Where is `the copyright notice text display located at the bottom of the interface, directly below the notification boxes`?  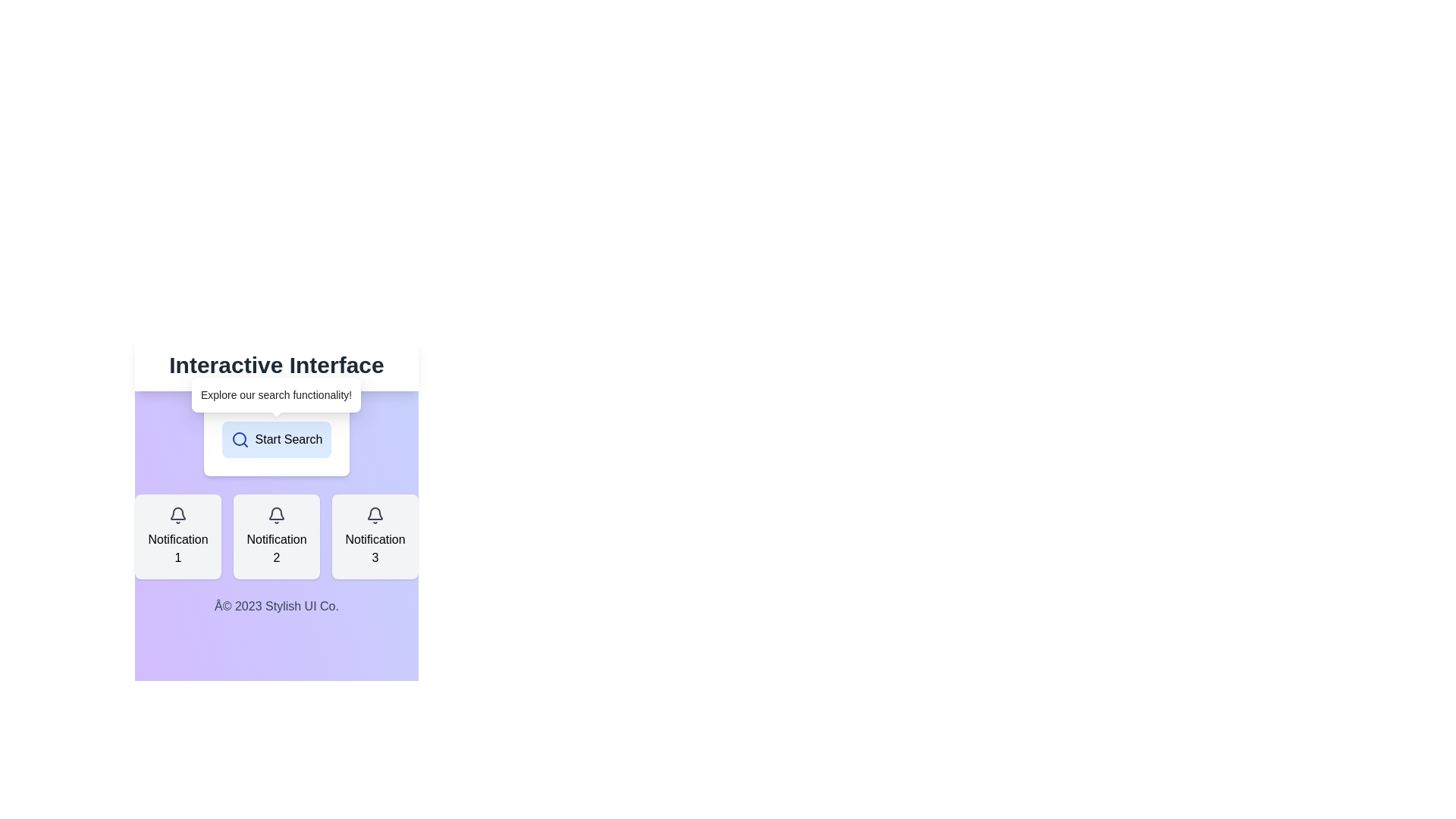 the copyright notice text display located at the bottom of the interface, directly below the notification boxes is located at coordinates (276, 605).